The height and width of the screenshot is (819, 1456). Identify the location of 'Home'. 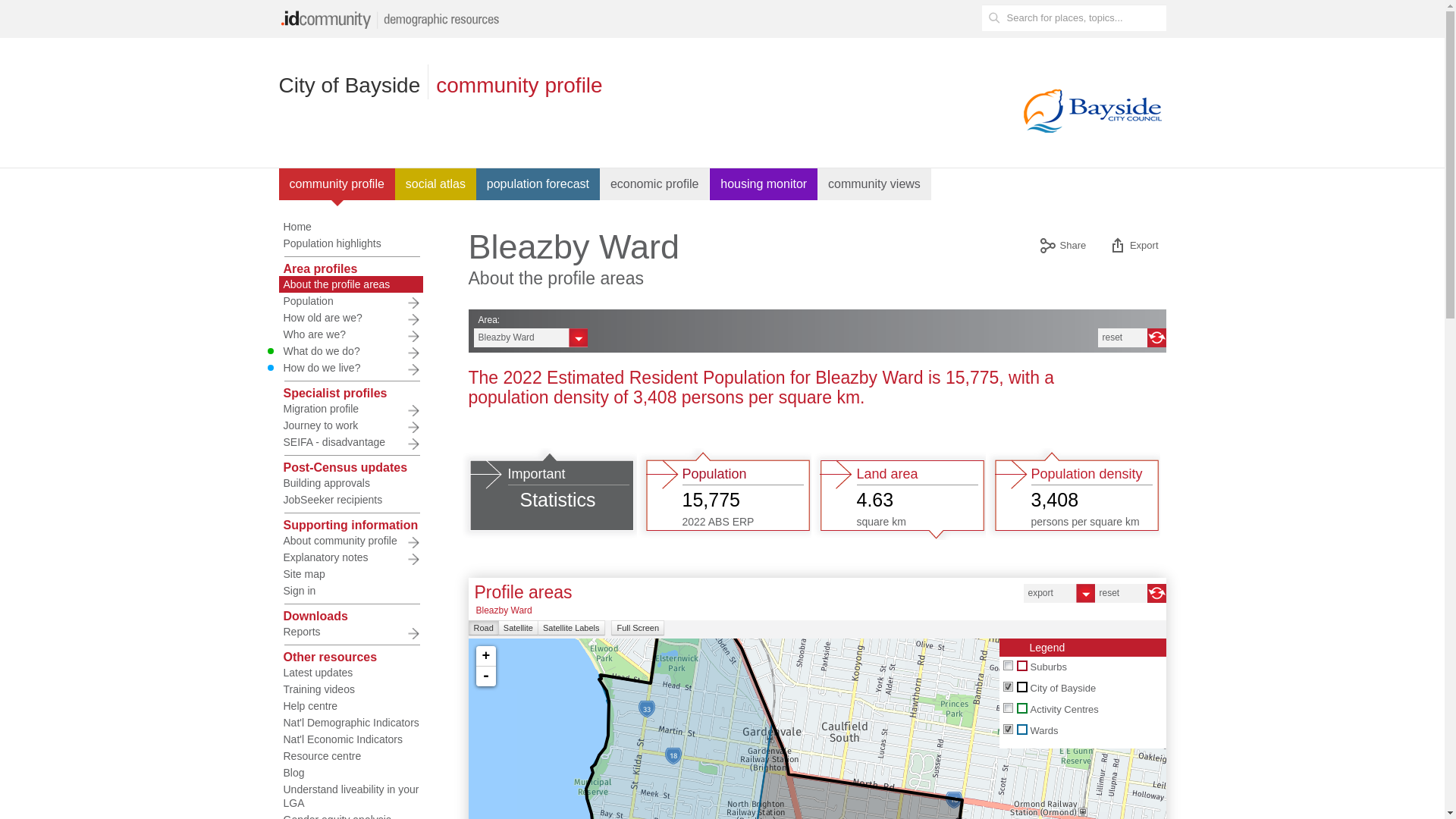
(350, 227).